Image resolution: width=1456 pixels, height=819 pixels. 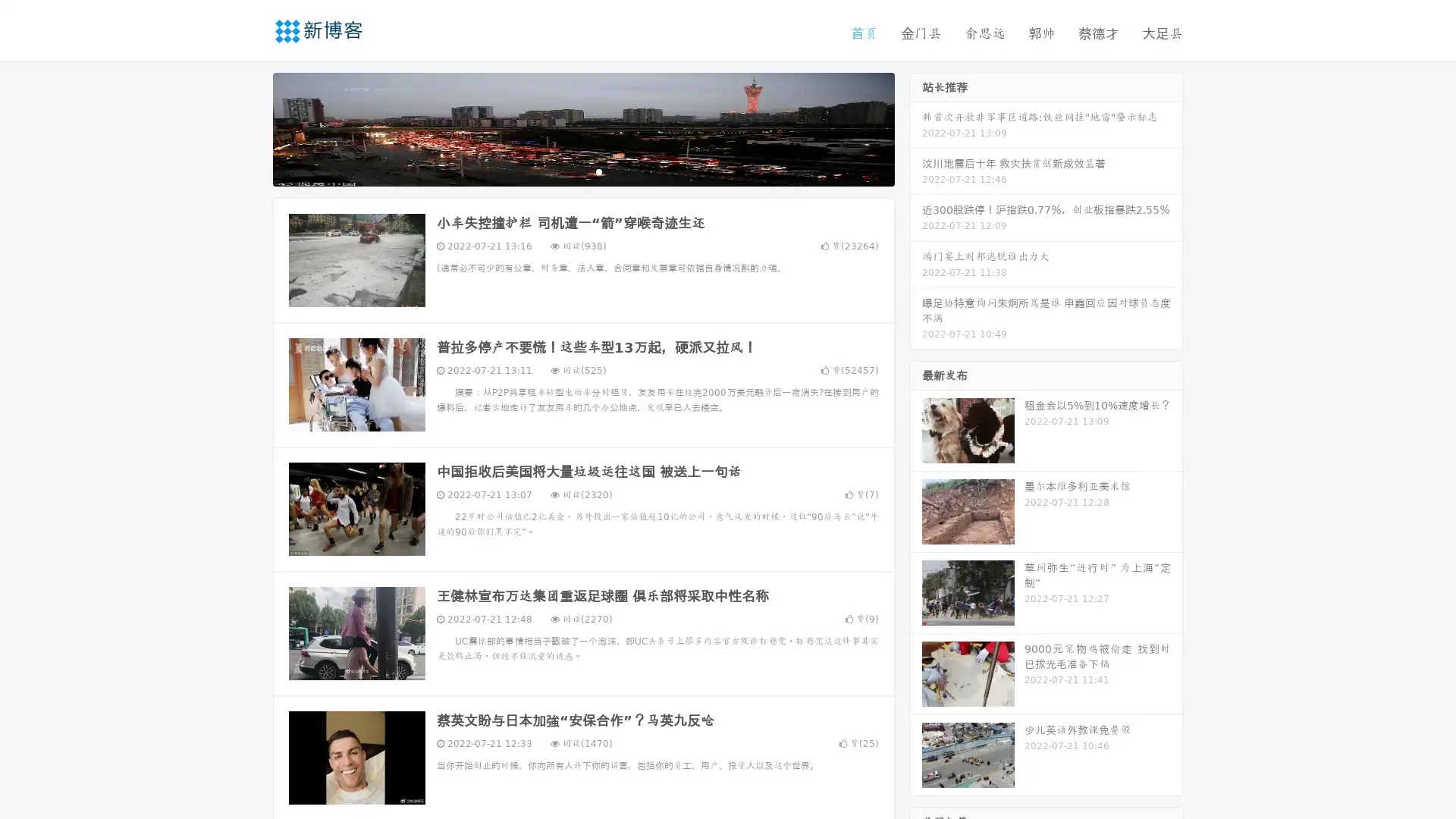 What do you see at coordinates (250, 127) in the screenshot?
I see `Previous slide` at bounding box center [250, 127].